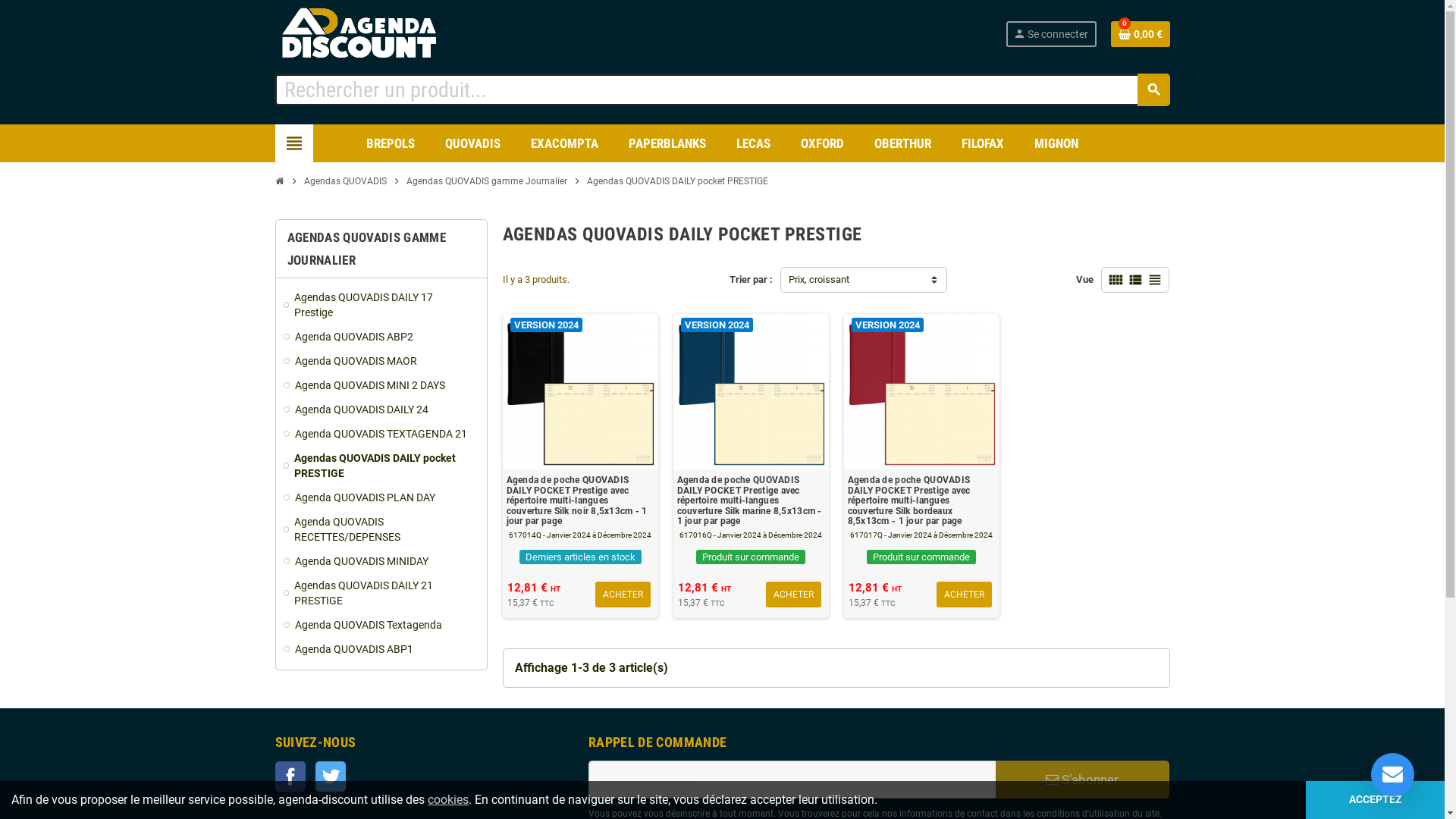  Describe the element at coordinates (447, 799) in the screenshot. I see `'cookies'` at that location.